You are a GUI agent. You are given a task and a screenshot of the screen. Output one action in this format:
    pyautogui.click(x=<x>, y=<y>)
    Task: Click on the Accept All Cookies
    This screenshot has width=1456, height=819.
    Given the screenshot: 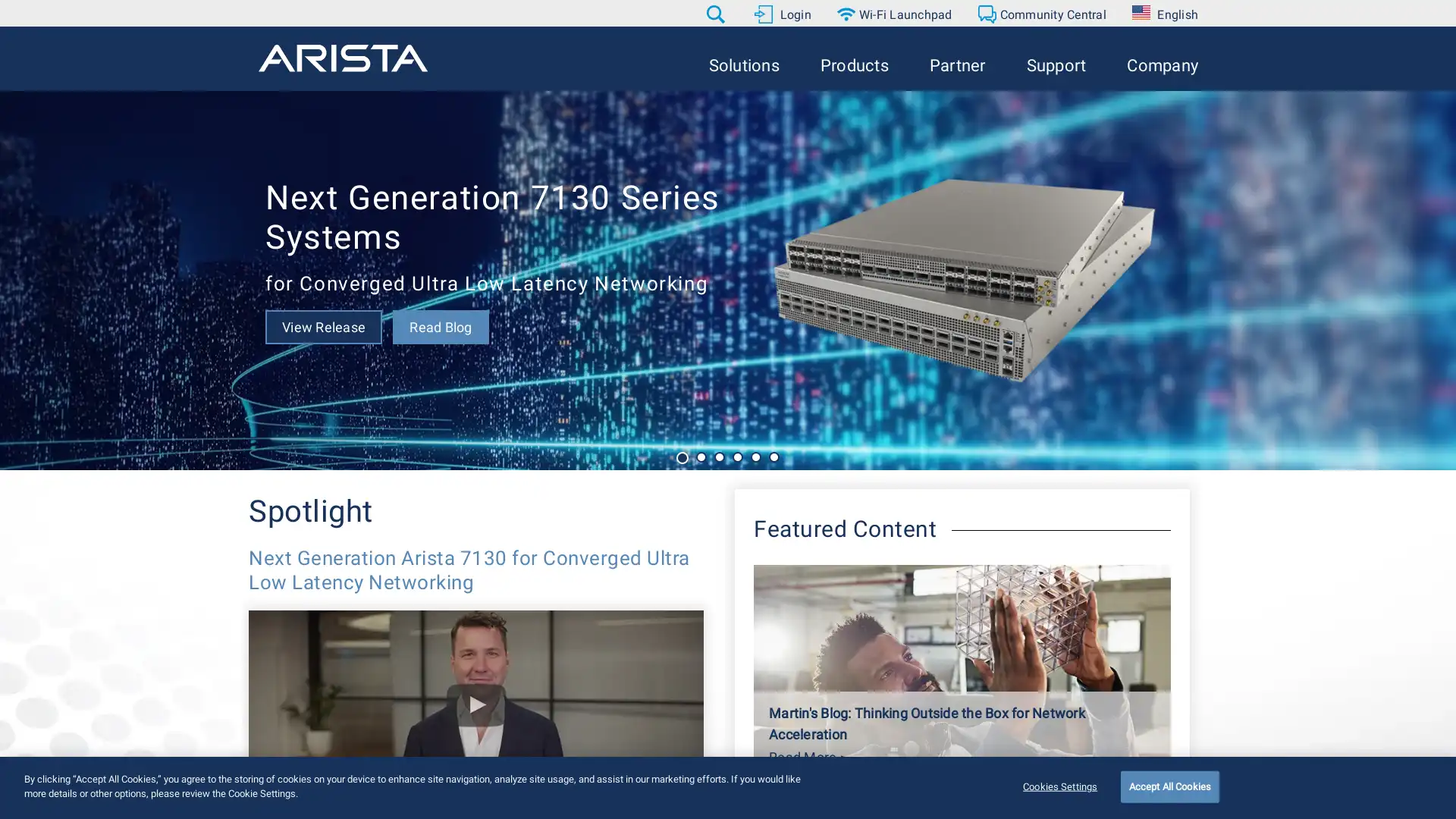 What is the action you would take?
    pyautogui.click(x=1169, y=786)
    